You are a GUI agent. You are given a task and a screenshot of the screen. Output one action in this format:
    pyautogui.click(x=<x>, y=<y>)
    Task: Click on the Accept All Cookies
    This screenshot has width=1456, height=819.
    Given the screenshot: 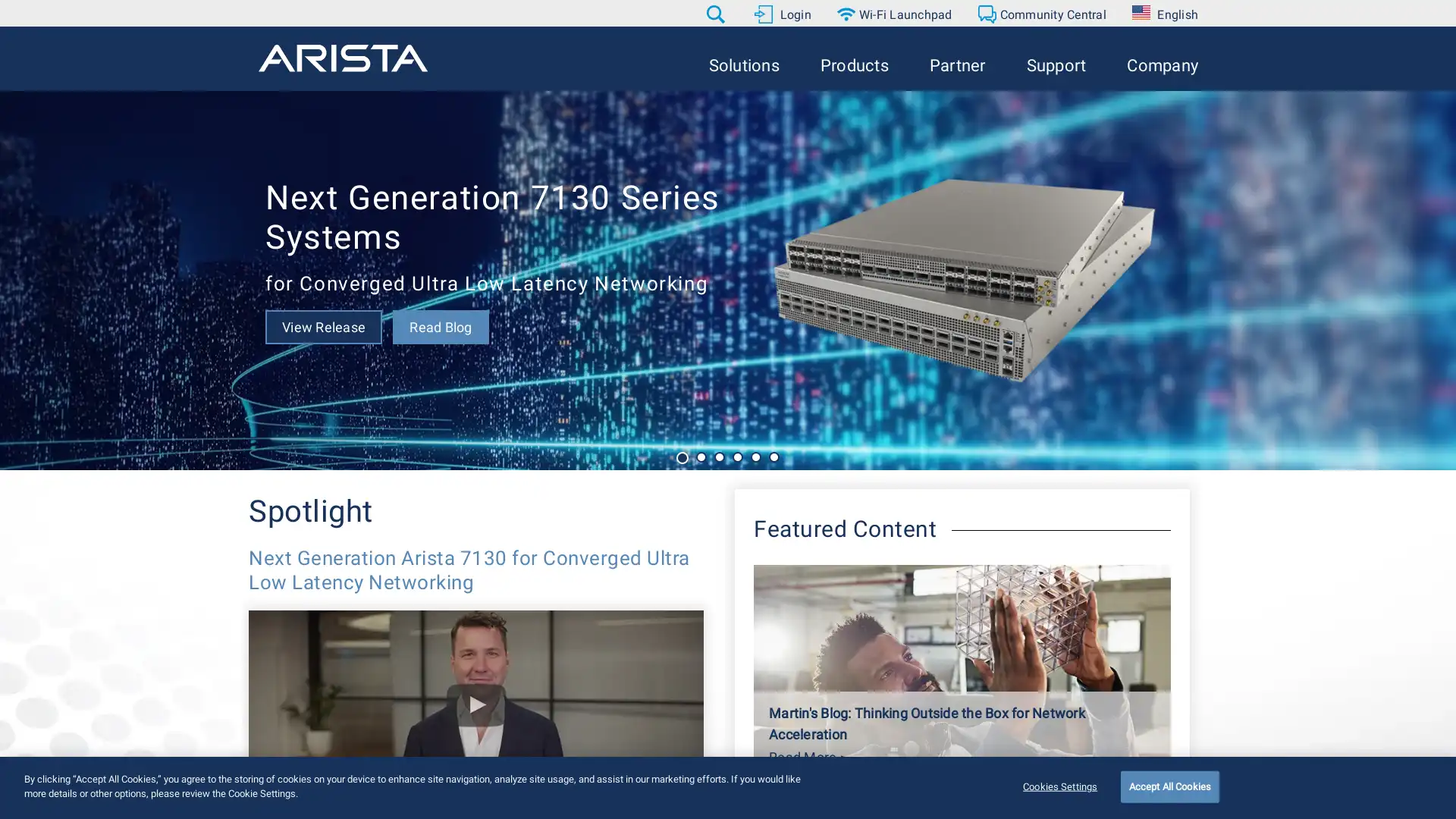 What is the action you would take?
    pyautogui.click(x=1169, y=786)
    